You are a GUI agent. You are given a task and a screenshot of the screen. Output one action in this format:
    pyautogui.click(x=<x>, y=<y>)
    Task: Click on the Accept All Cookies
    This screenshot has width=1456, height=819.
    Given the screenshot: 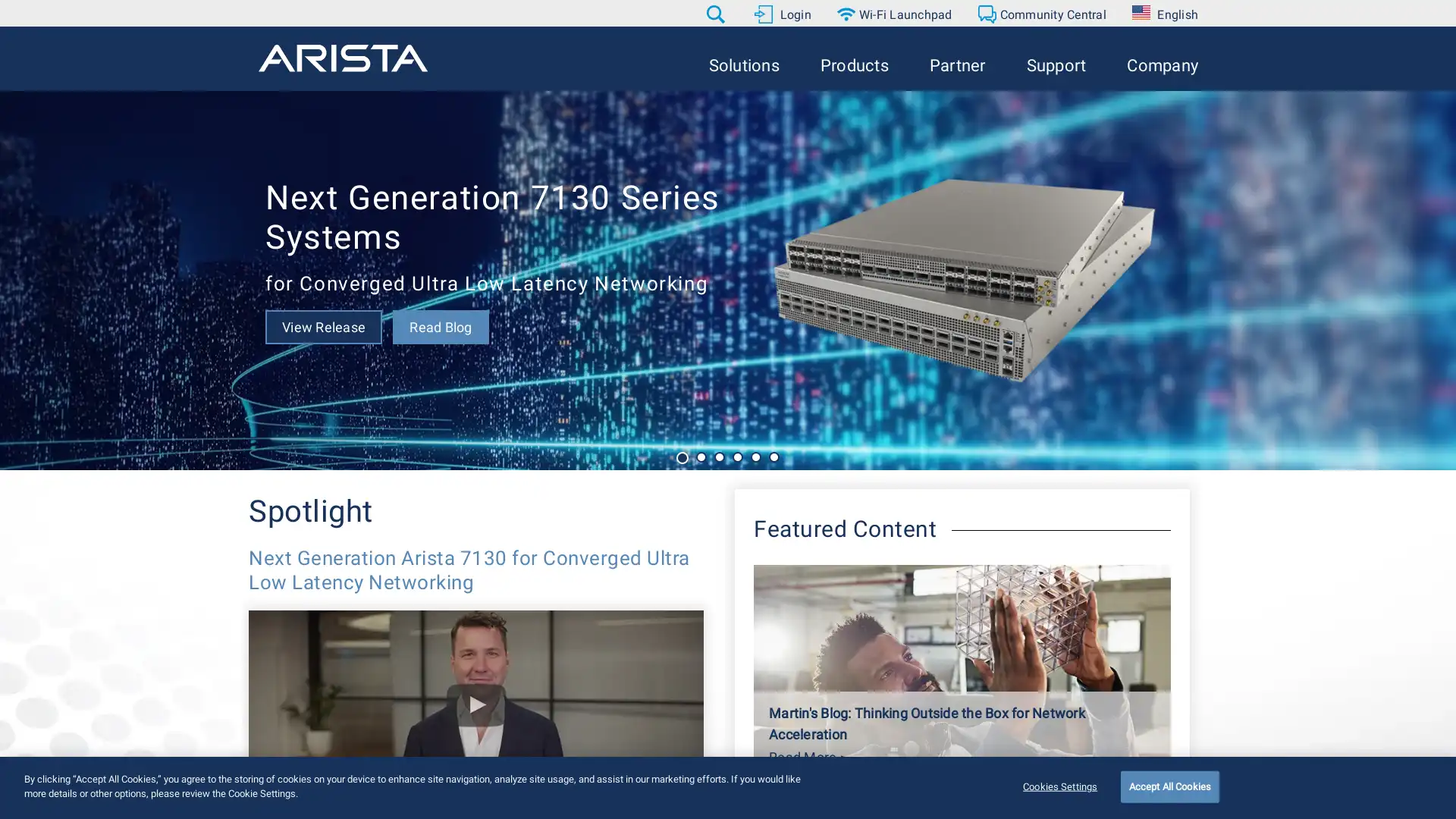 What is the action you would take?
    pyautogui.click(x=1169, y=786)
    